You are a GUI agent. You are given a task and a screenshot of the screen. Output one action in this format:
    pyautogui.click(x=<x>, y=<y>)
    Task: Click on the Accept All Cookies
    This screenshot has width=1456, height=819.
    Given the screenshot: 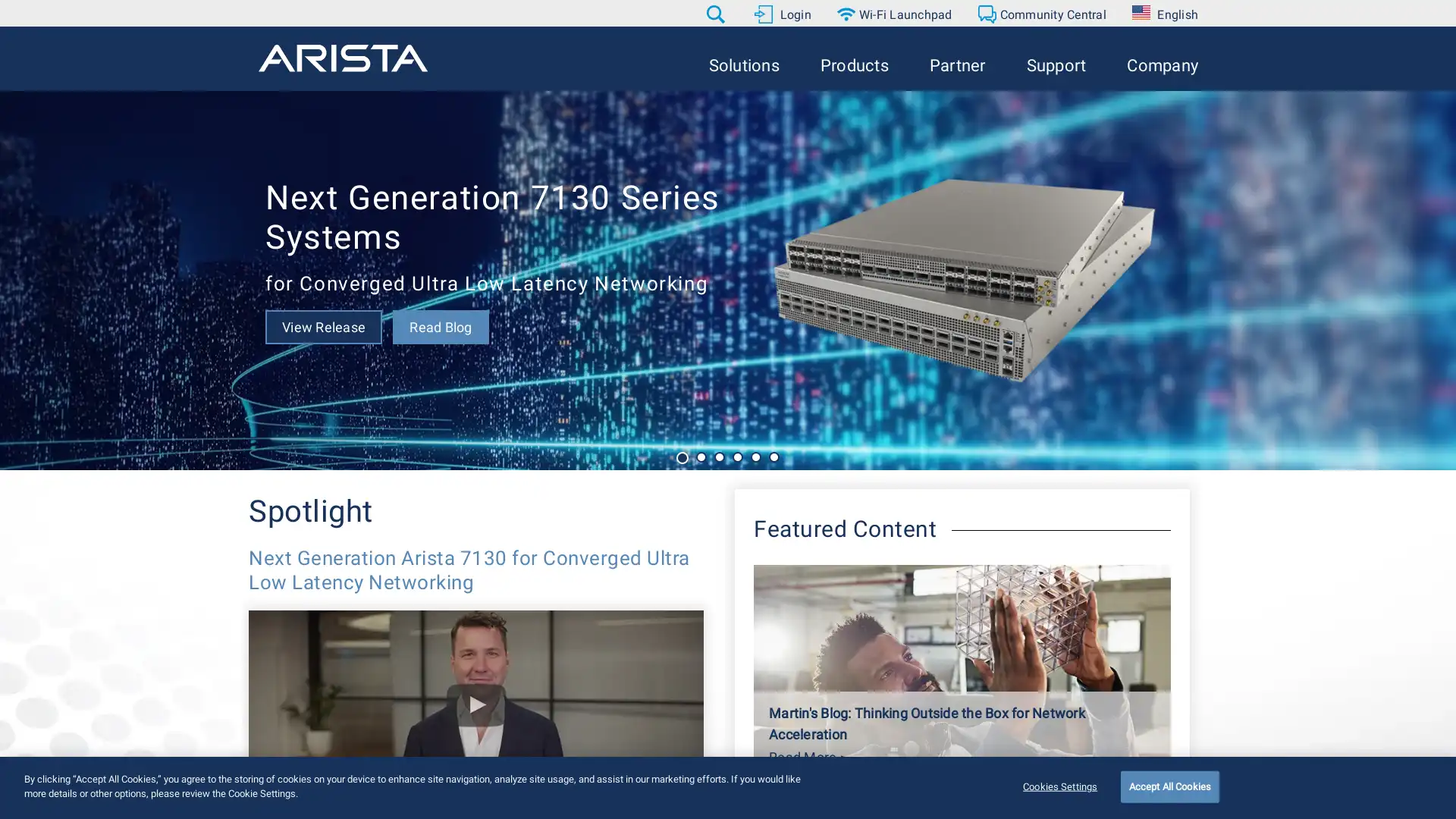 What is the action you would take?
    pyautogui.click(x=1169, y=786)
    